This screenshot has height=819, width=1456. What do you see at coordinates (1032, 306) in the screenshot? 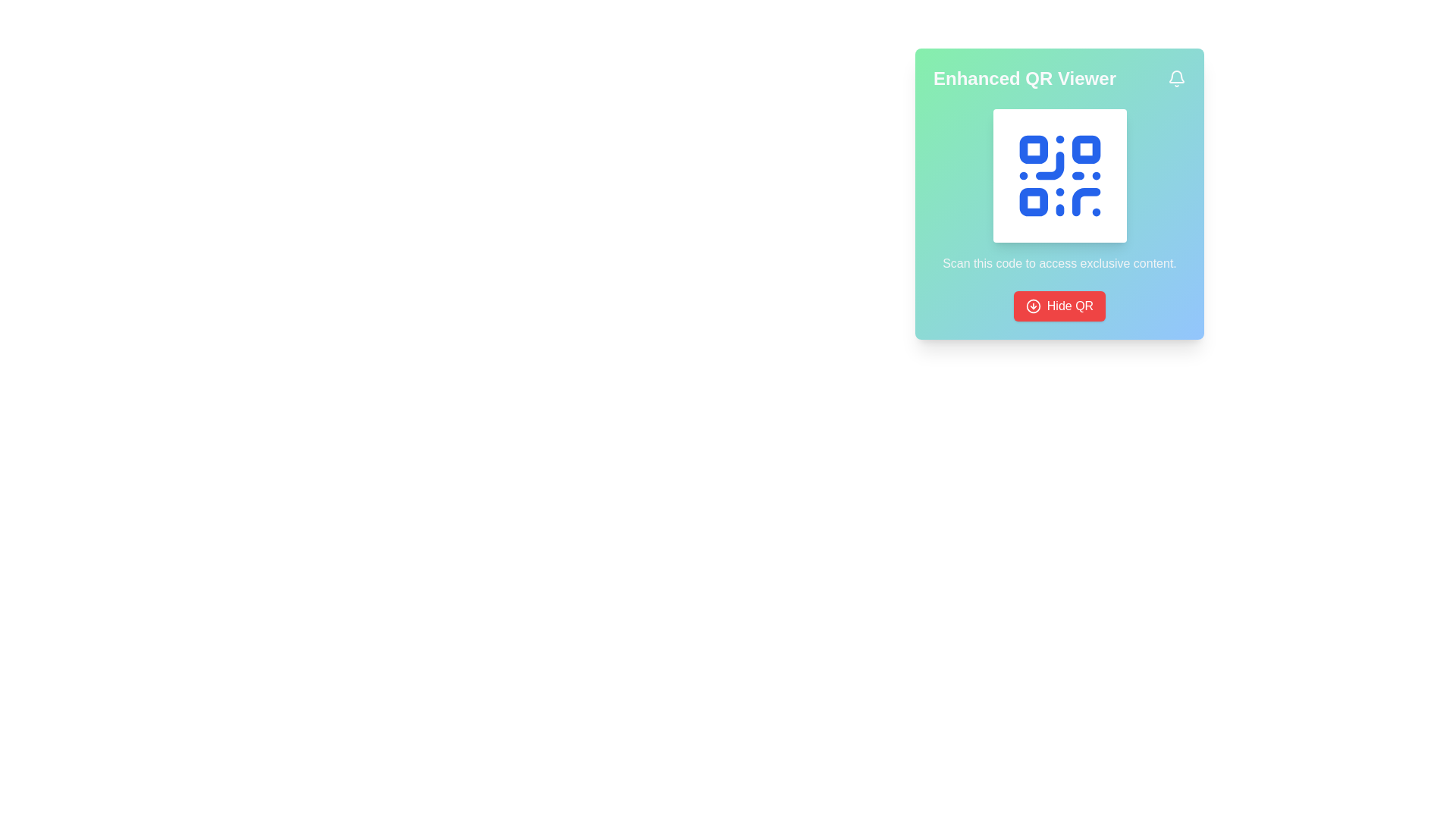
I see `the downward action icon located on the left side of the 'Hide QR' text within the red button` at bounding box center [1032, 306].